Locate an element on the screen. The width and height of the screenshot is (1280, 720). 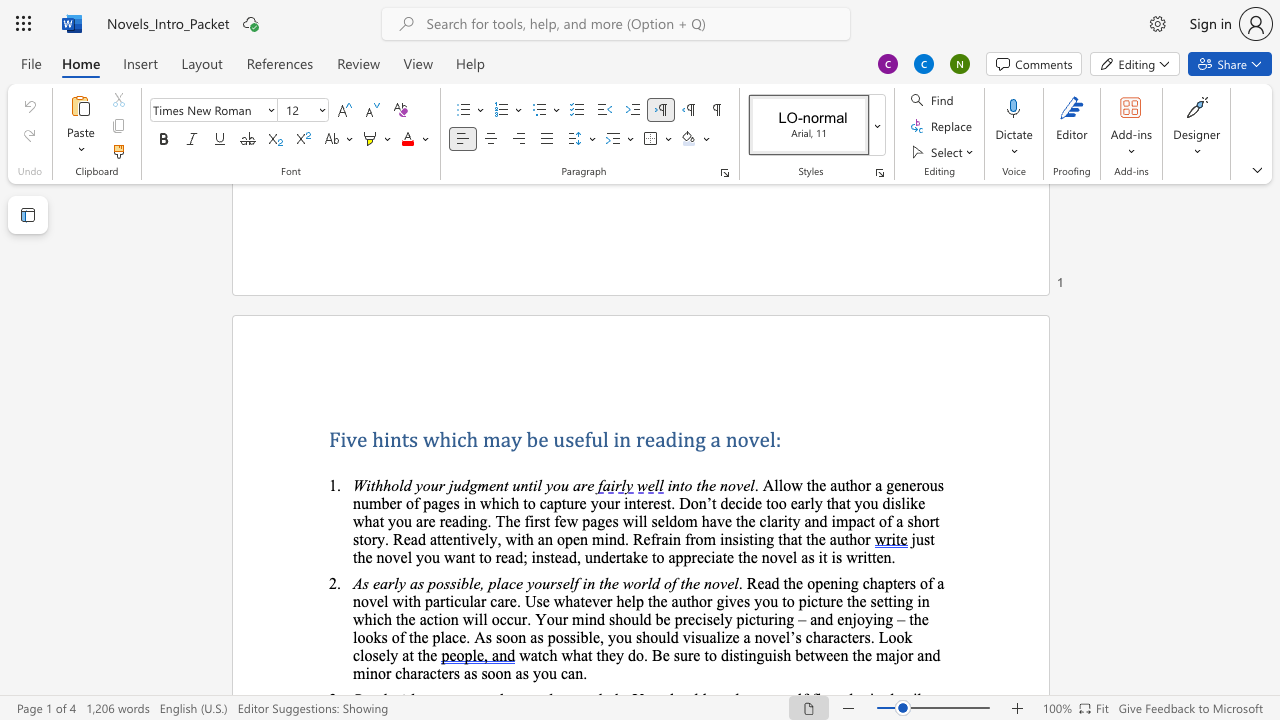
the 2th character "." in the text is located at coordinates (673, 502).